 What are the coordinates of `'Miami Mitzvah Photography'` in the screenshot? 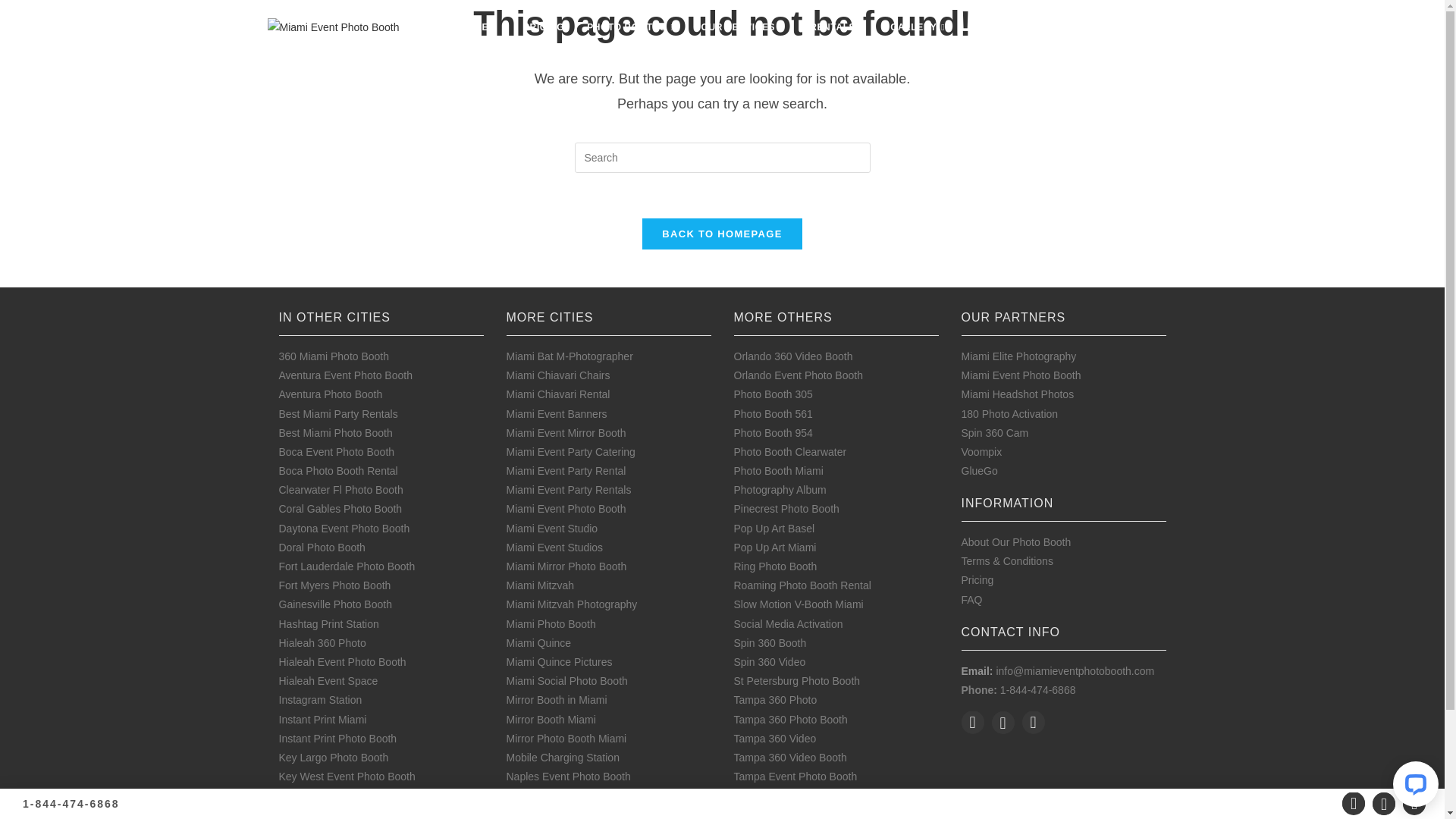 It's located at (571, 604).